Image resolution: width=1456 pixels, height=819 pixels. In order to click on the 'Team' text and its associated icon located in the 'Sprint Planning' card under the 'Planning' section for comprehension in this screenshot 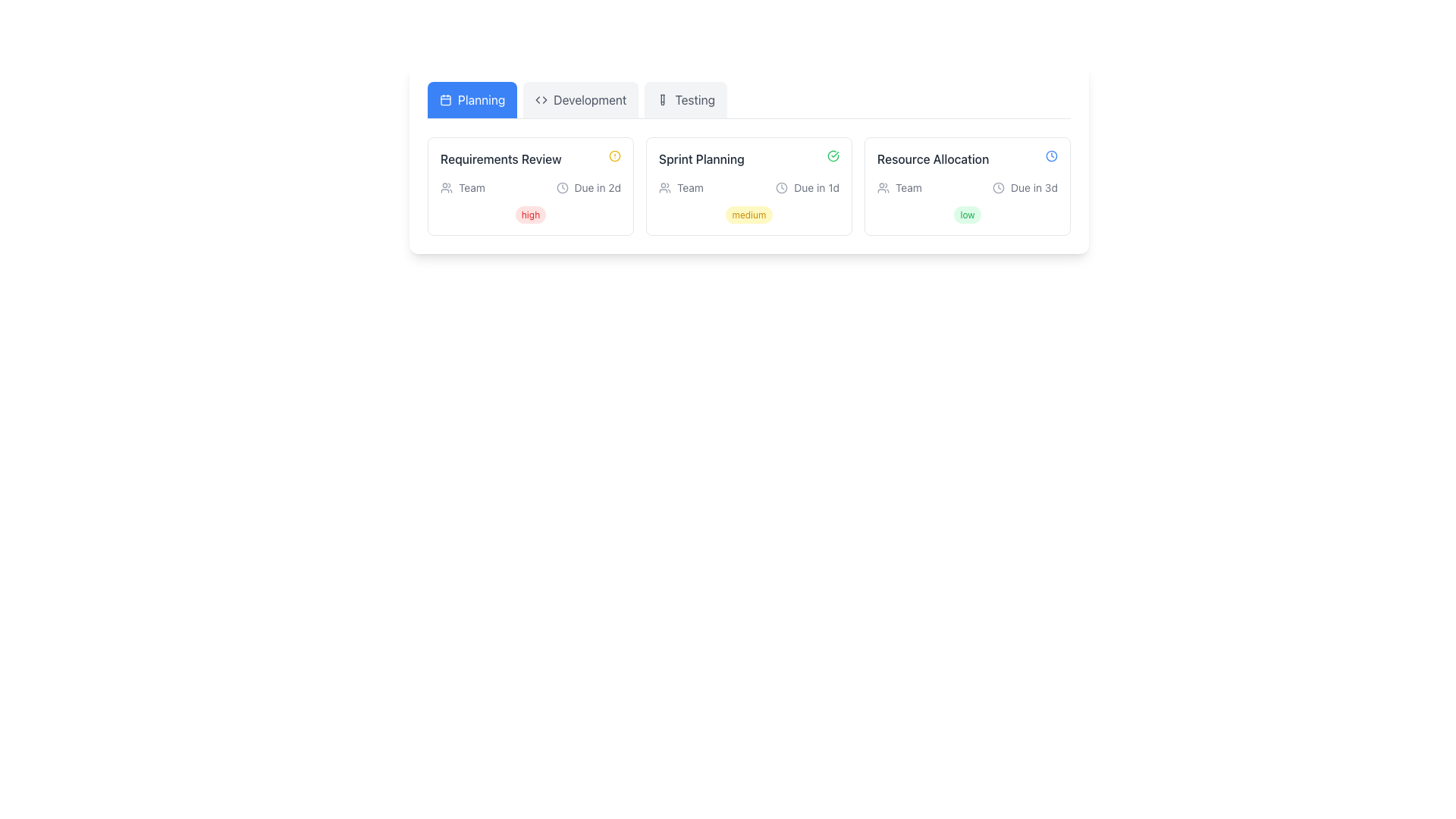, I will do `click(680, 187)`.